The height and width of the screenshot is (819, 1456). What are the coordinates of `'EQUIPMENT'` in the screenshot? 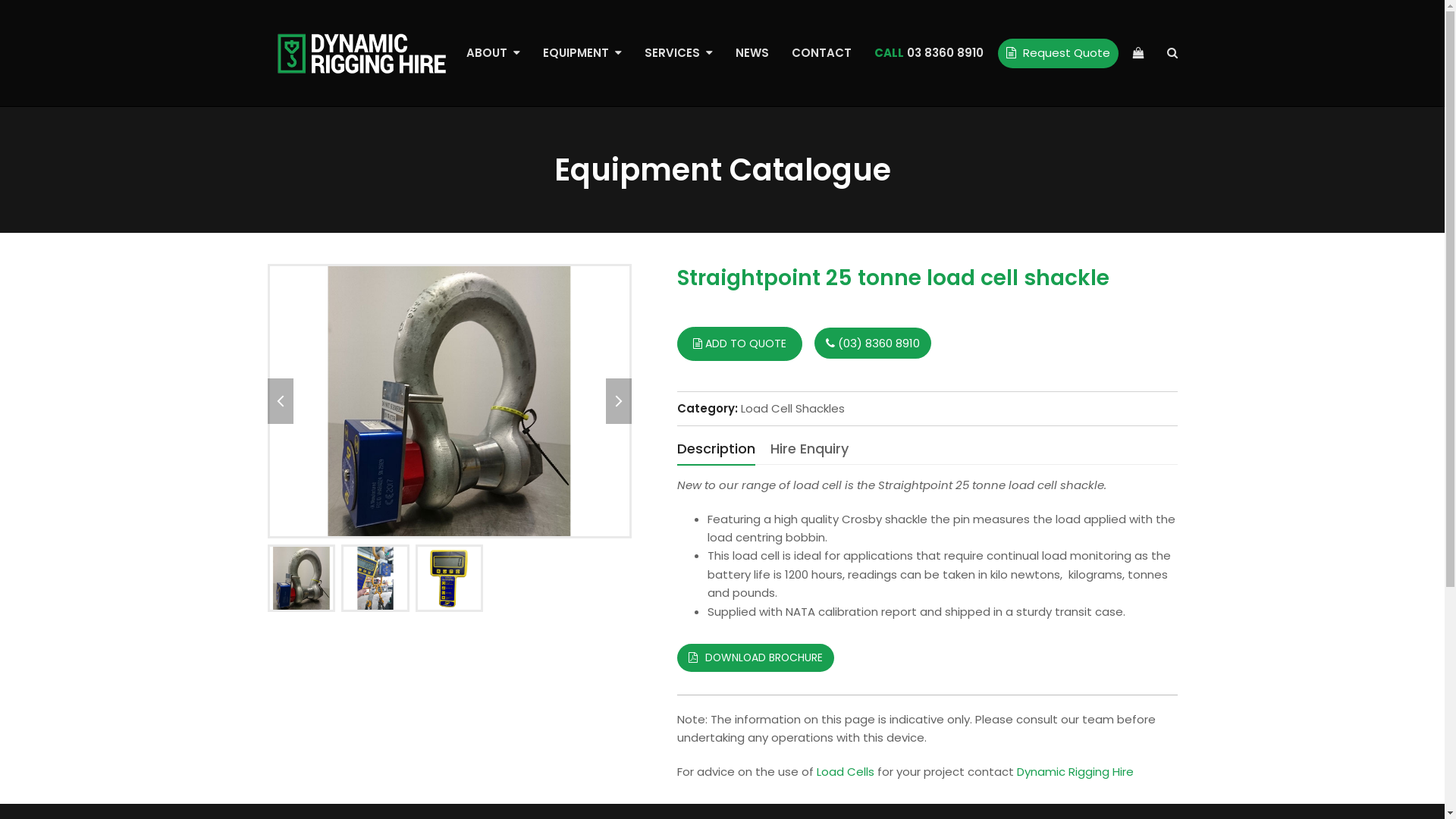 It's located at (531, 52).